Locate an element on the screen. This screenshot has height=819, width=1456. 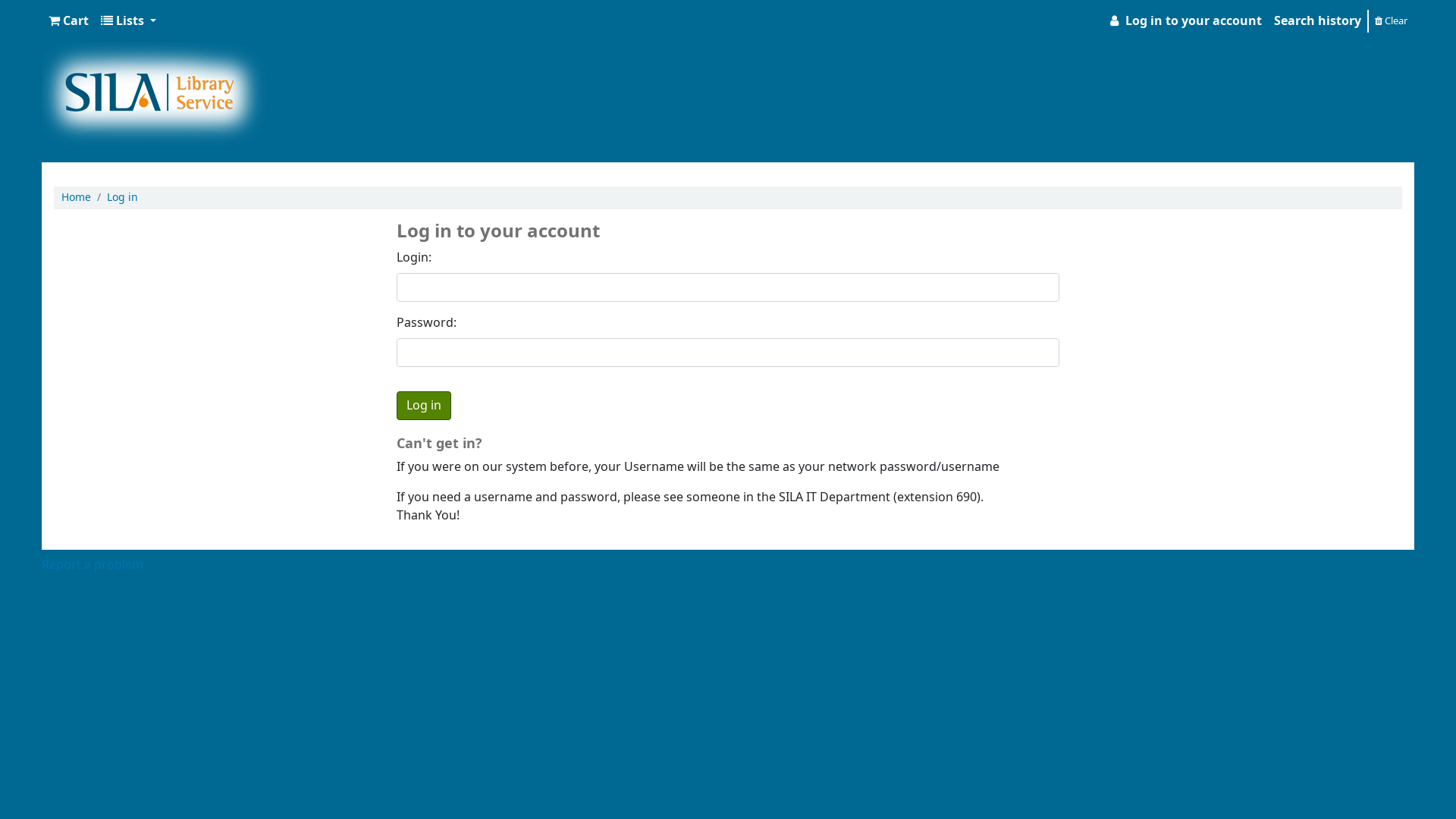
'Log in' is located at coordinates (423, 405).